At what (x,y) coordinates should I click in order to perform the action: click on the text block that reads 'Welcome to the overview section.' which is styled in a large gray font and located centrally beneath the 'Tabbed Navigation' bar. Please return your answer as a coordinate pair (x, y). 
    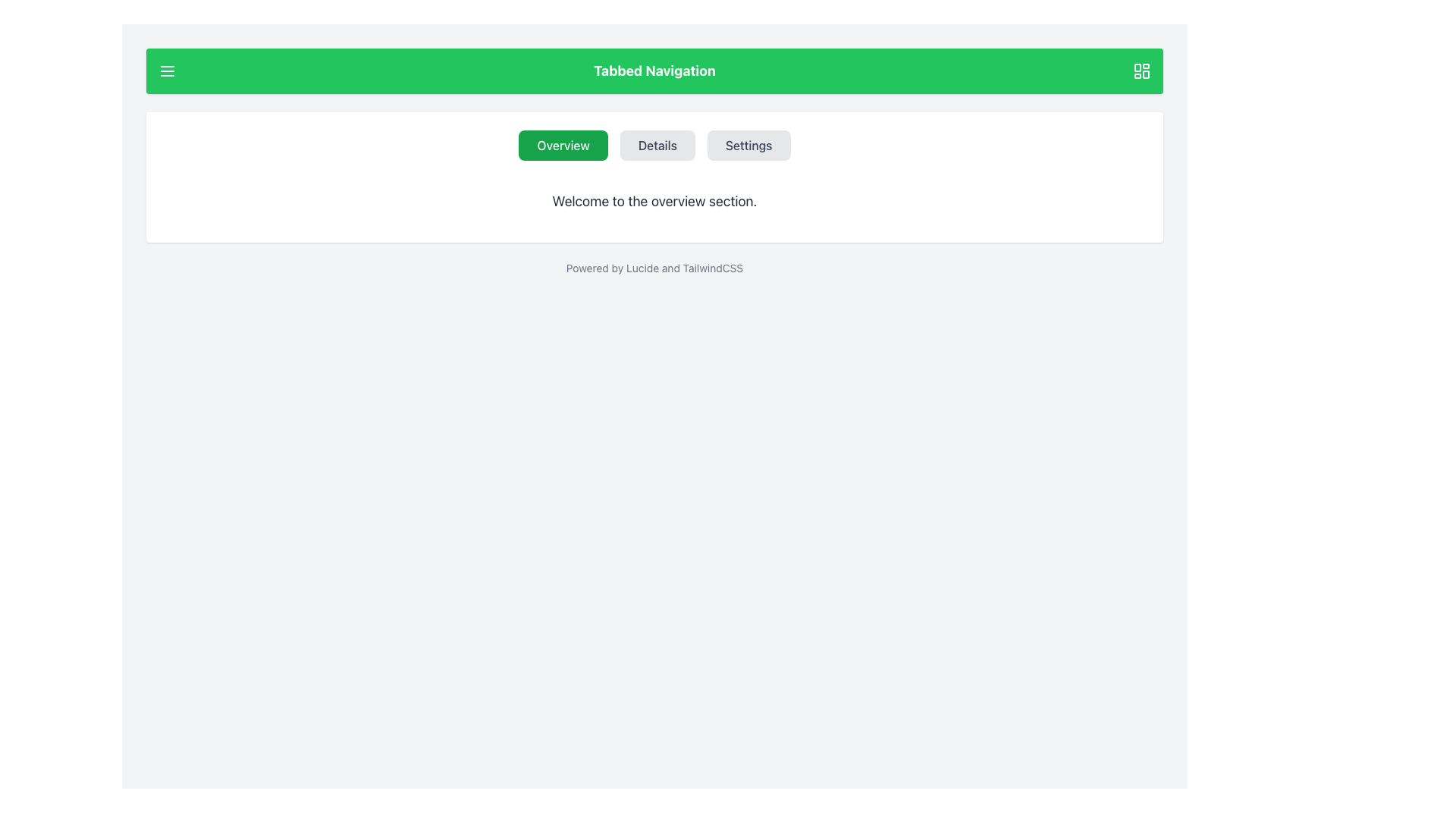
    Looking at the image, I should click on (654, 201).